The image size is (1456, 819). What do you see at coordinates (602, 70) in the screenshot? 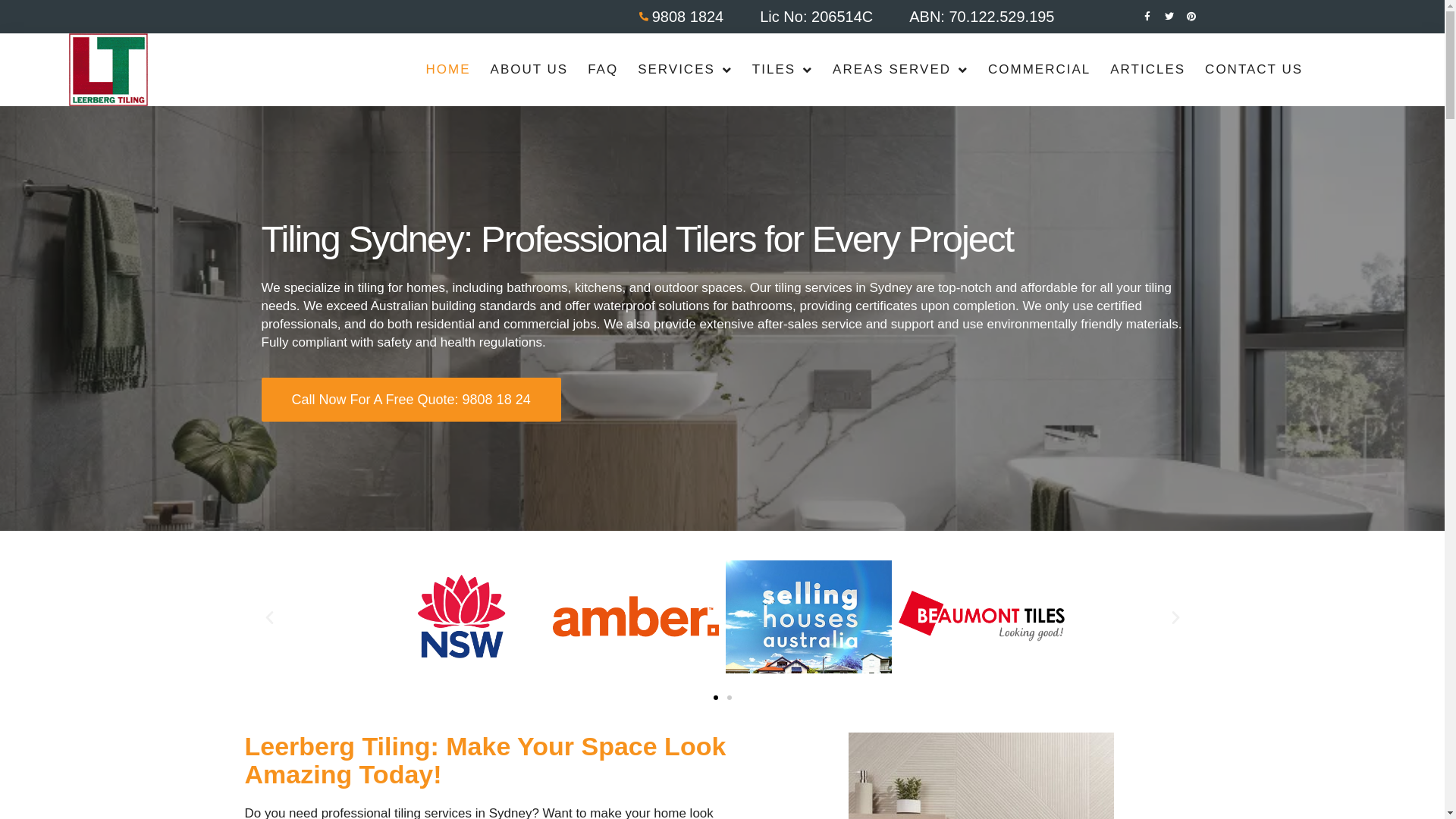
I see `'FAQ'` at bounding box center [602, 70].